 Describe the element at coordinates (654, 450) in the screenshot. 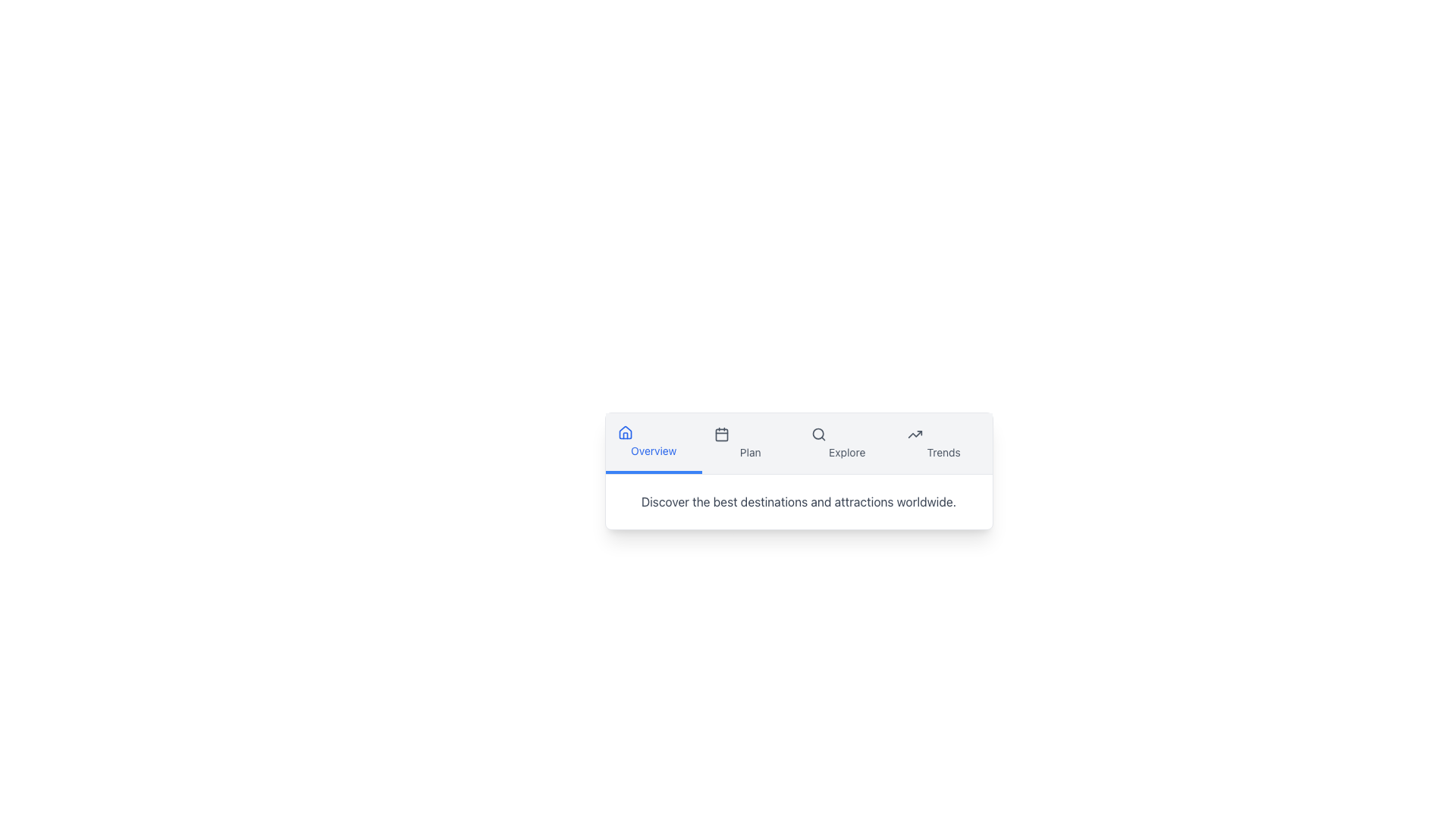

I see `the text element labeled 'Overview' which is styled in blue and located beneath the house-shaped icon in the navigation bar near the top of the UI` at that location.